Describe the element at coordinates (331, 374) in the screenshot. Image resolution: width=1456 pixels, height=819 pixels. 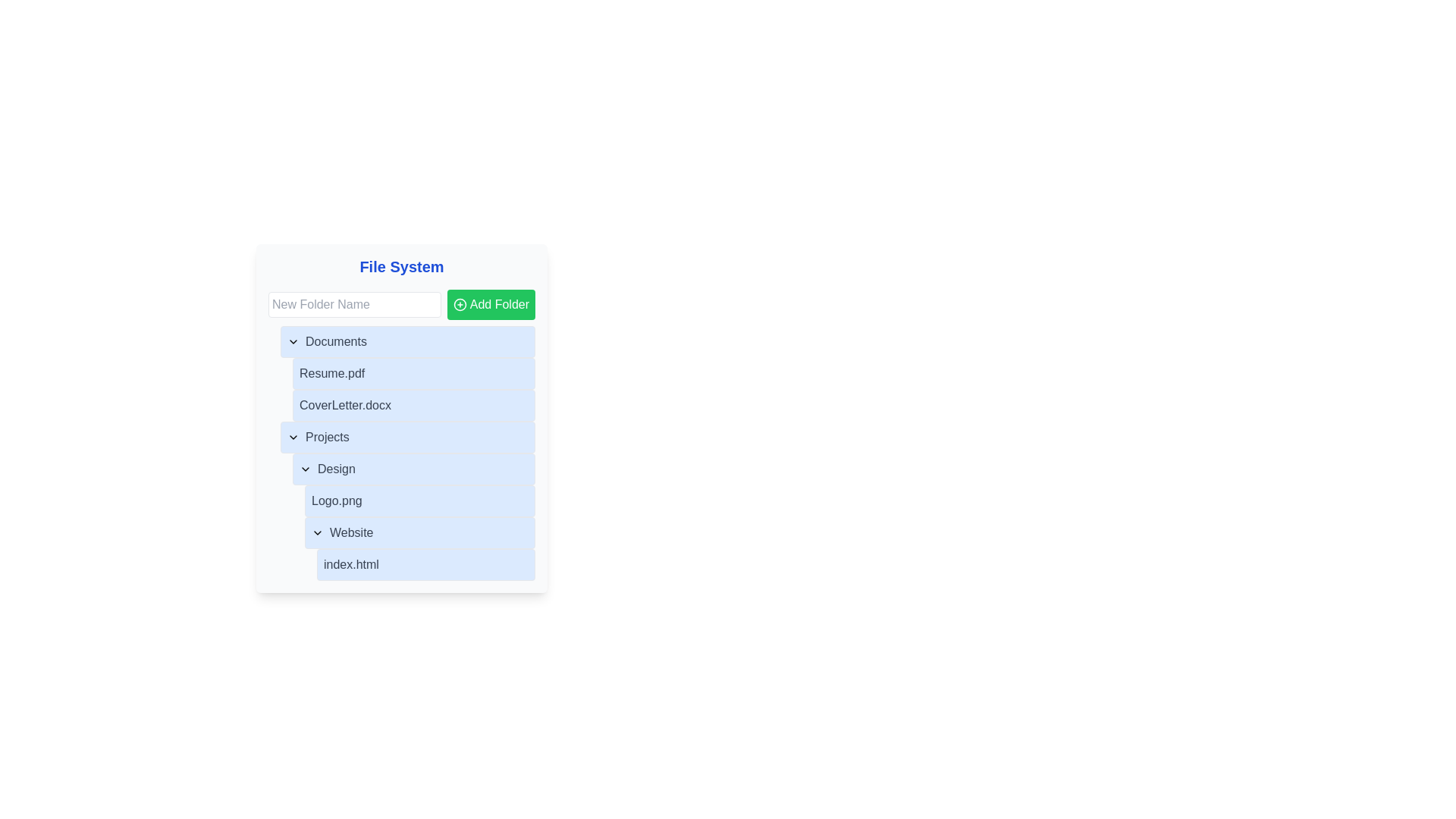
I see `the text label displaying 'Resume.pdf'` at that location.